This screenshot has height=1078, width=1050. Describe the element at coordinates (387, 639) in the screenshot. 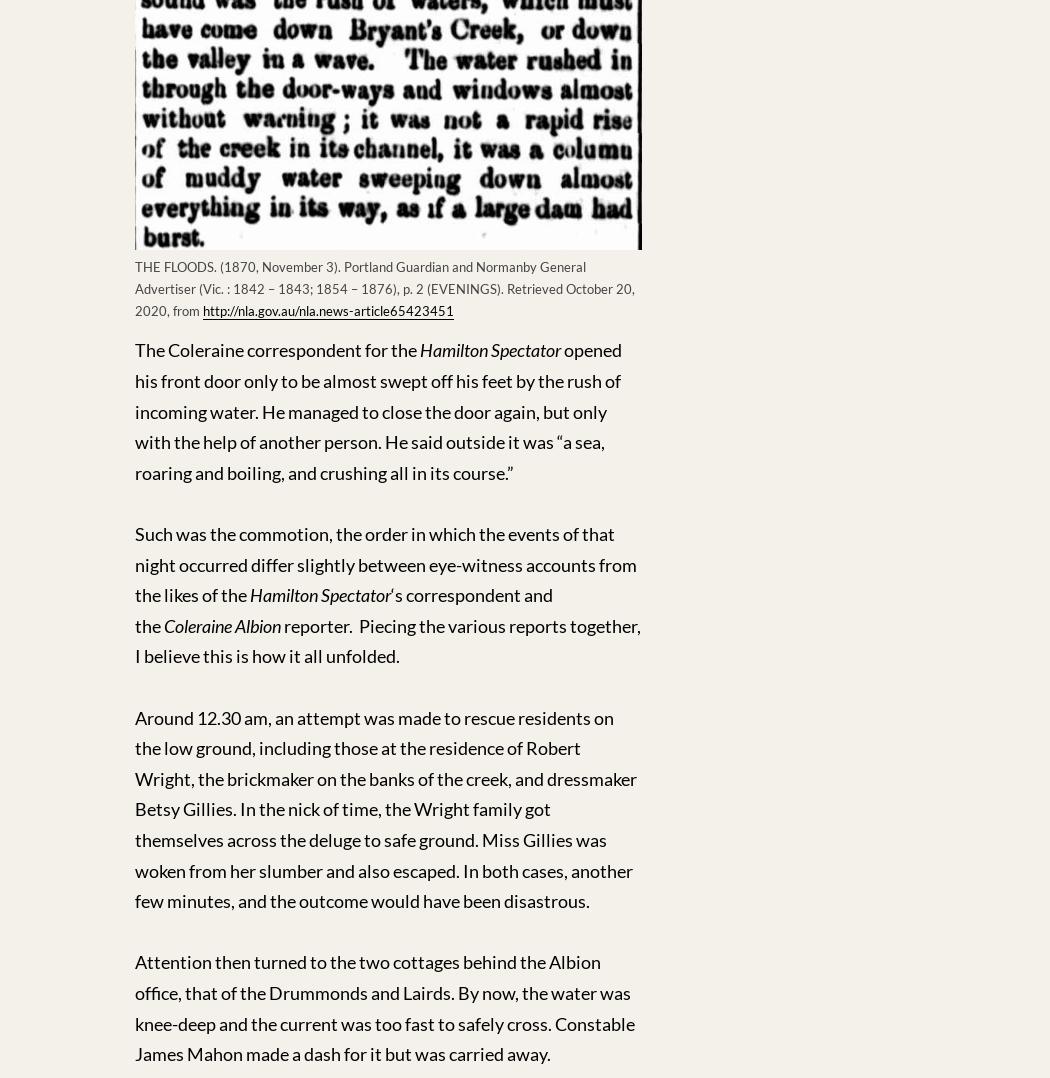

I see `'reporter.  Piecing the various reports together, I believe this is how it all unfolded.'` at that location.